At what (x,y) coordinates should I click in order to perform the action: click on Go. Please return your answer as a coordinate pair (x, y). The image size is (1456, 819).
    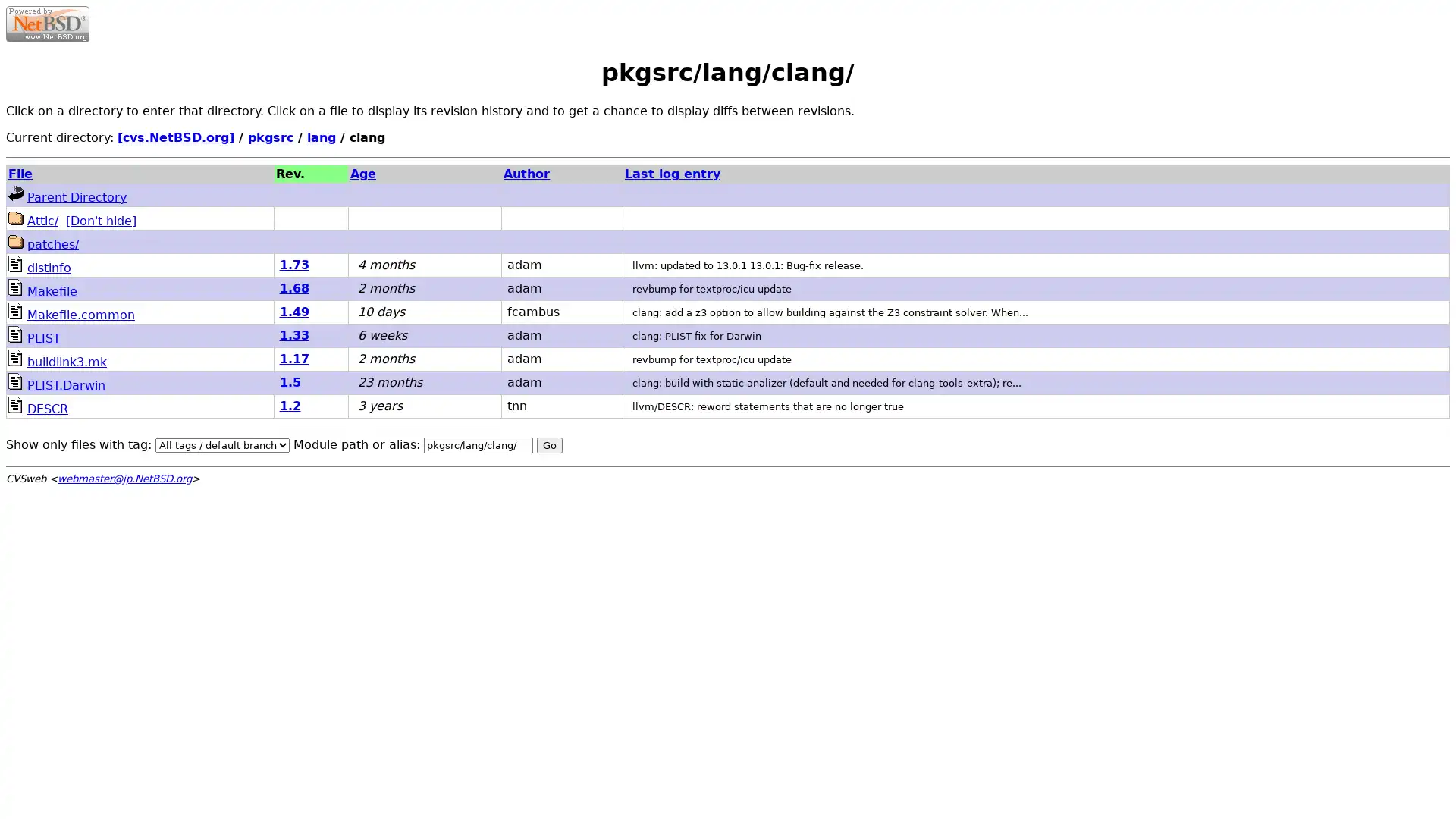
    Looking at the image, I should click on (548, 444).